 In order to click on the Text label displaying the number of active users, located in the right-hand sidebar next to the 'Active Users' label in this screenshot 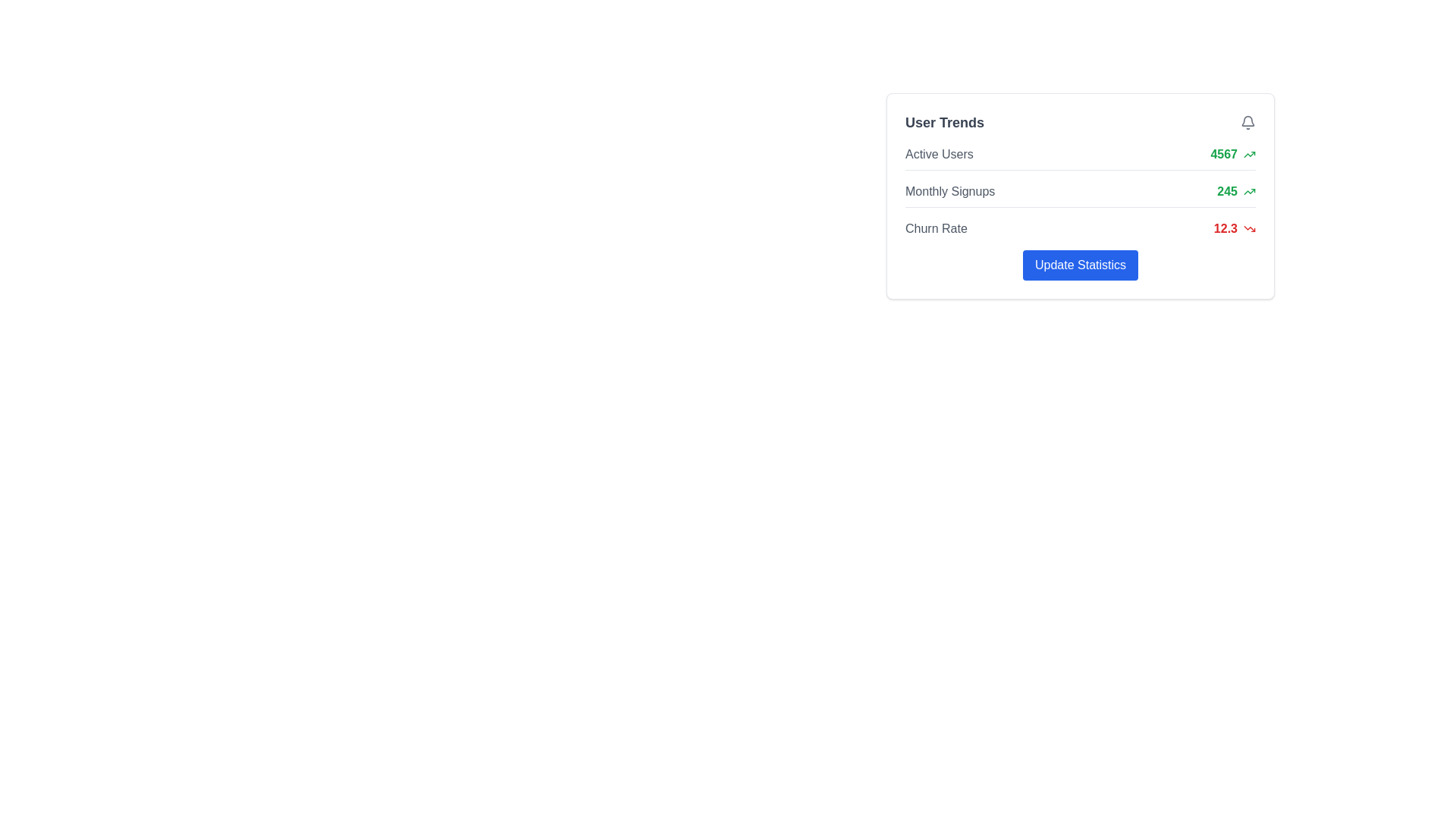, I will do `click(1233, 155)`.